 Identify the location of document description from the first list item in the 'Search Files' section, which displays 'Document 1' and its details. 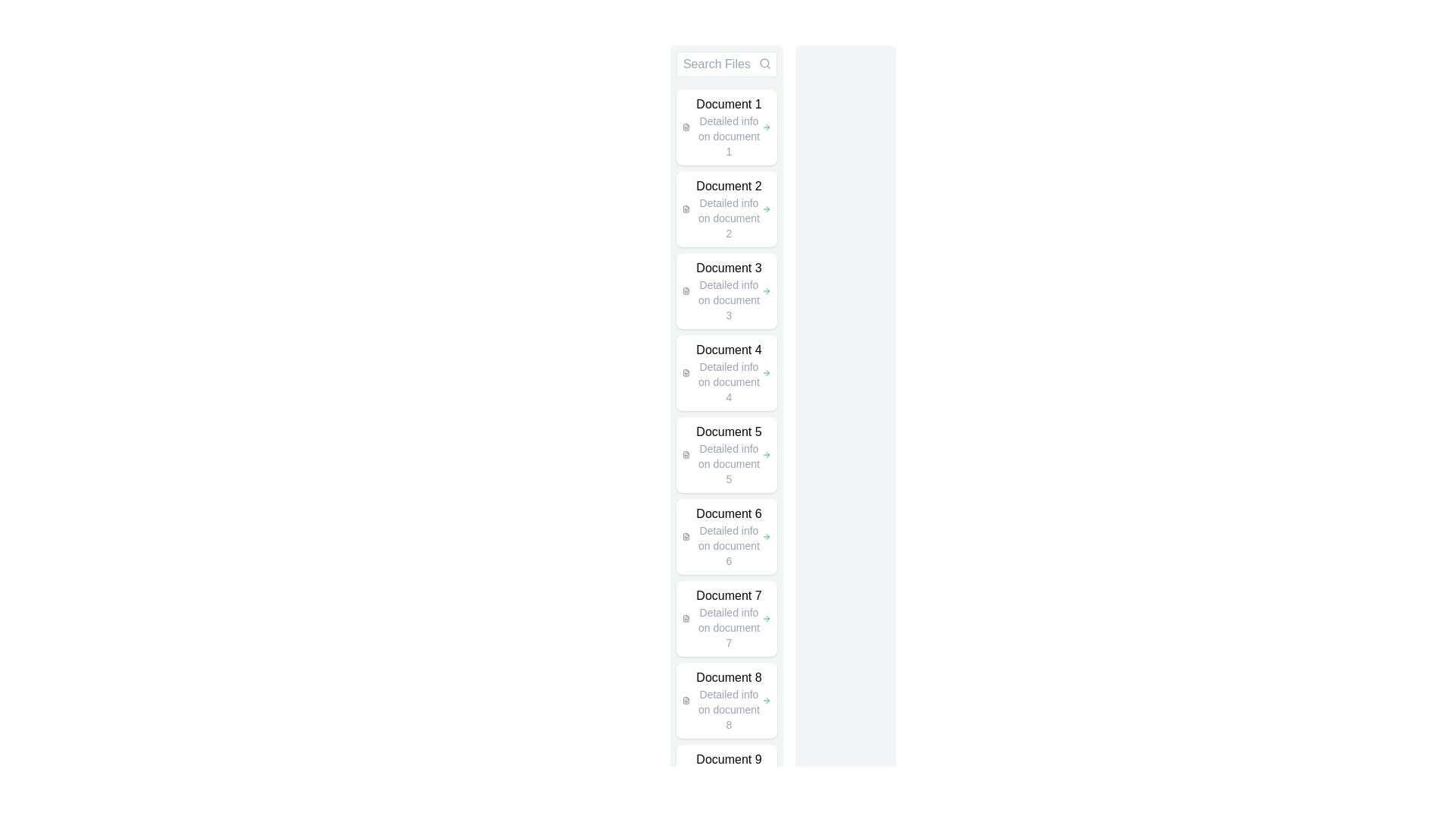
(726, 127).